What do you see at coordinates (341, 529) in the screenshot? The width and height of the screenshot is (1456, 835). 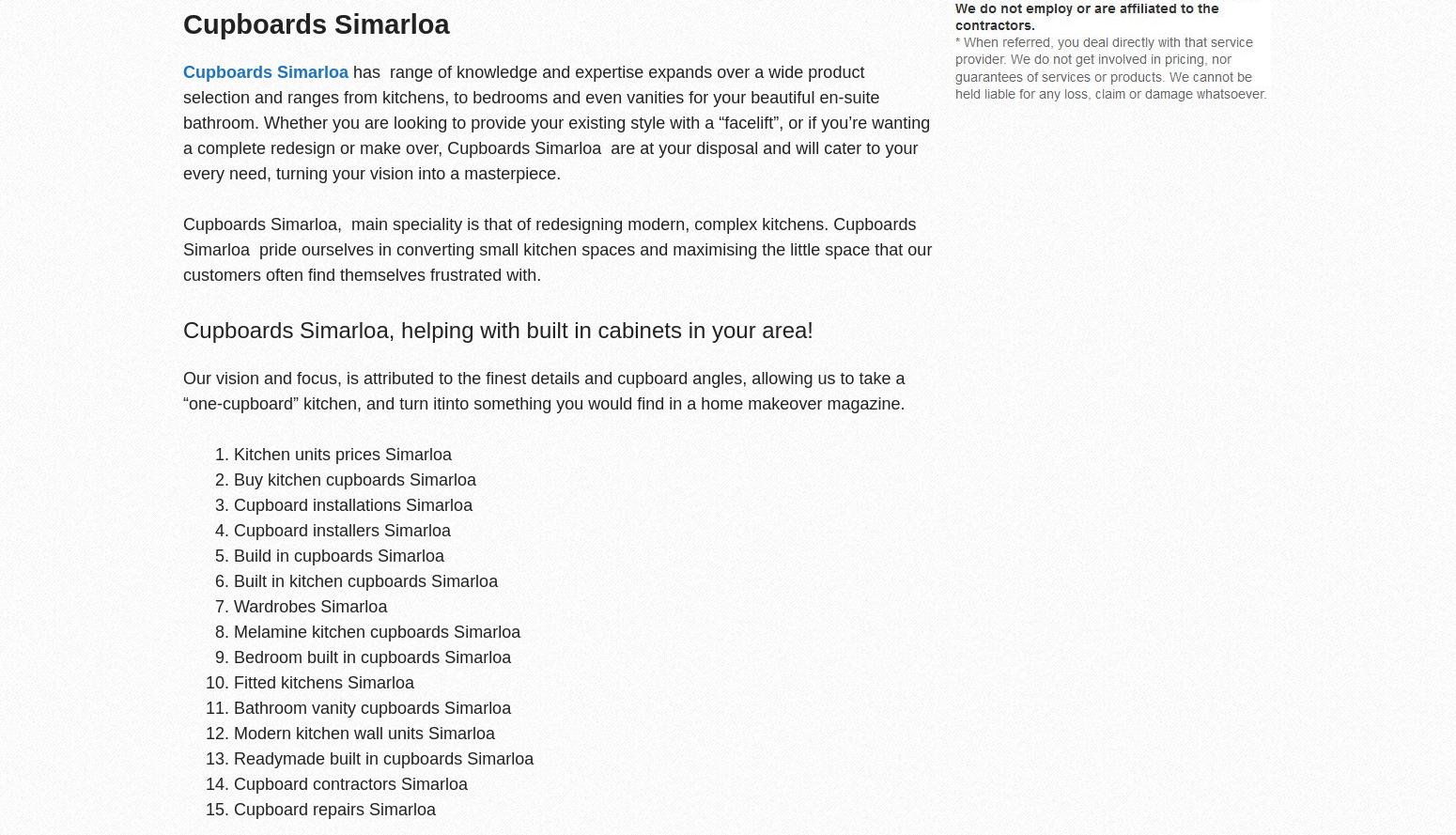 I see `'Cupboard installers Simarloa'` at bounding box center [341, 529].